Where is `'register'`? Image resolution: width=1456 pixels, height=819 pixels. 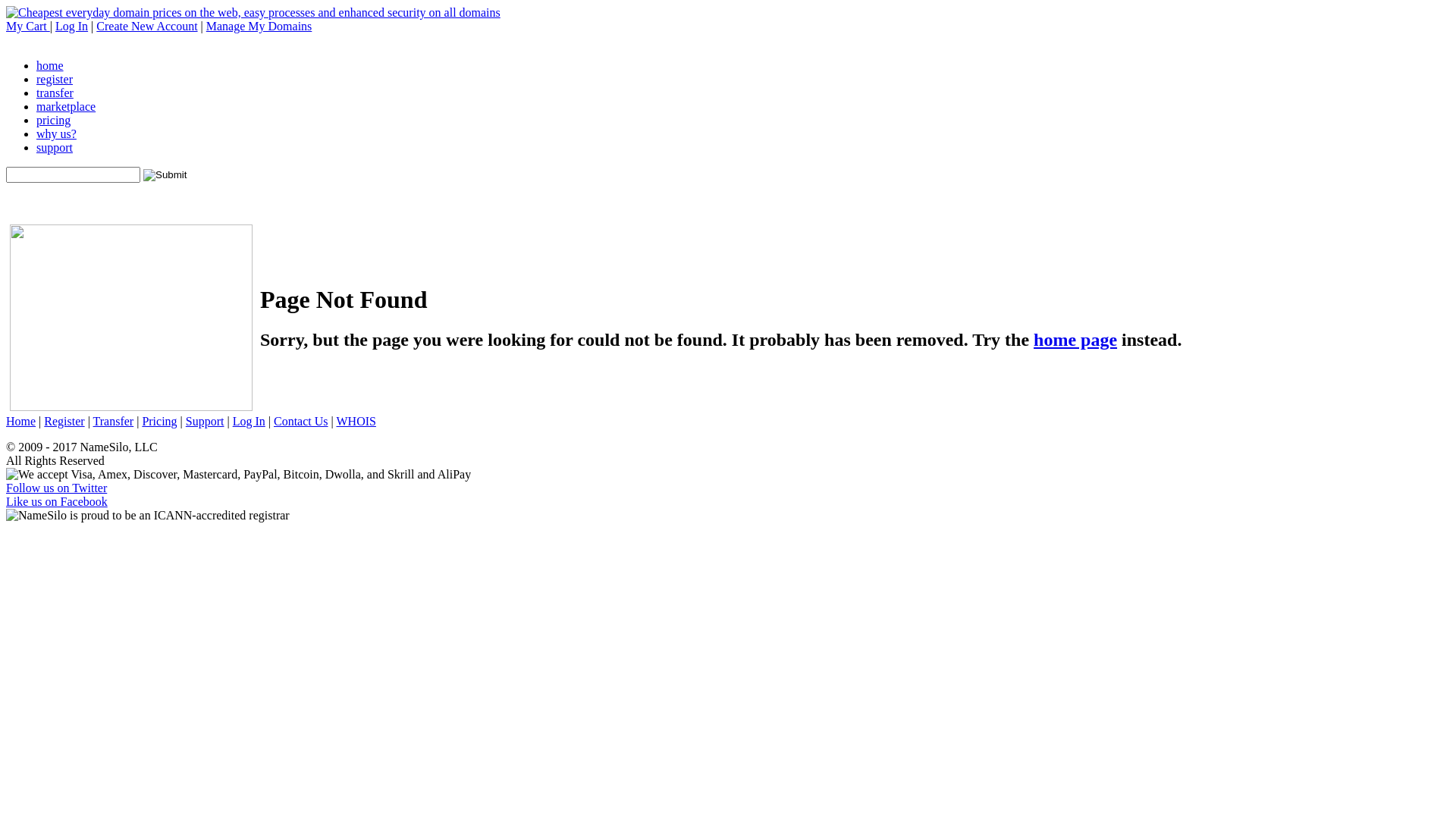
'register' is located at coordinates (55, 79).